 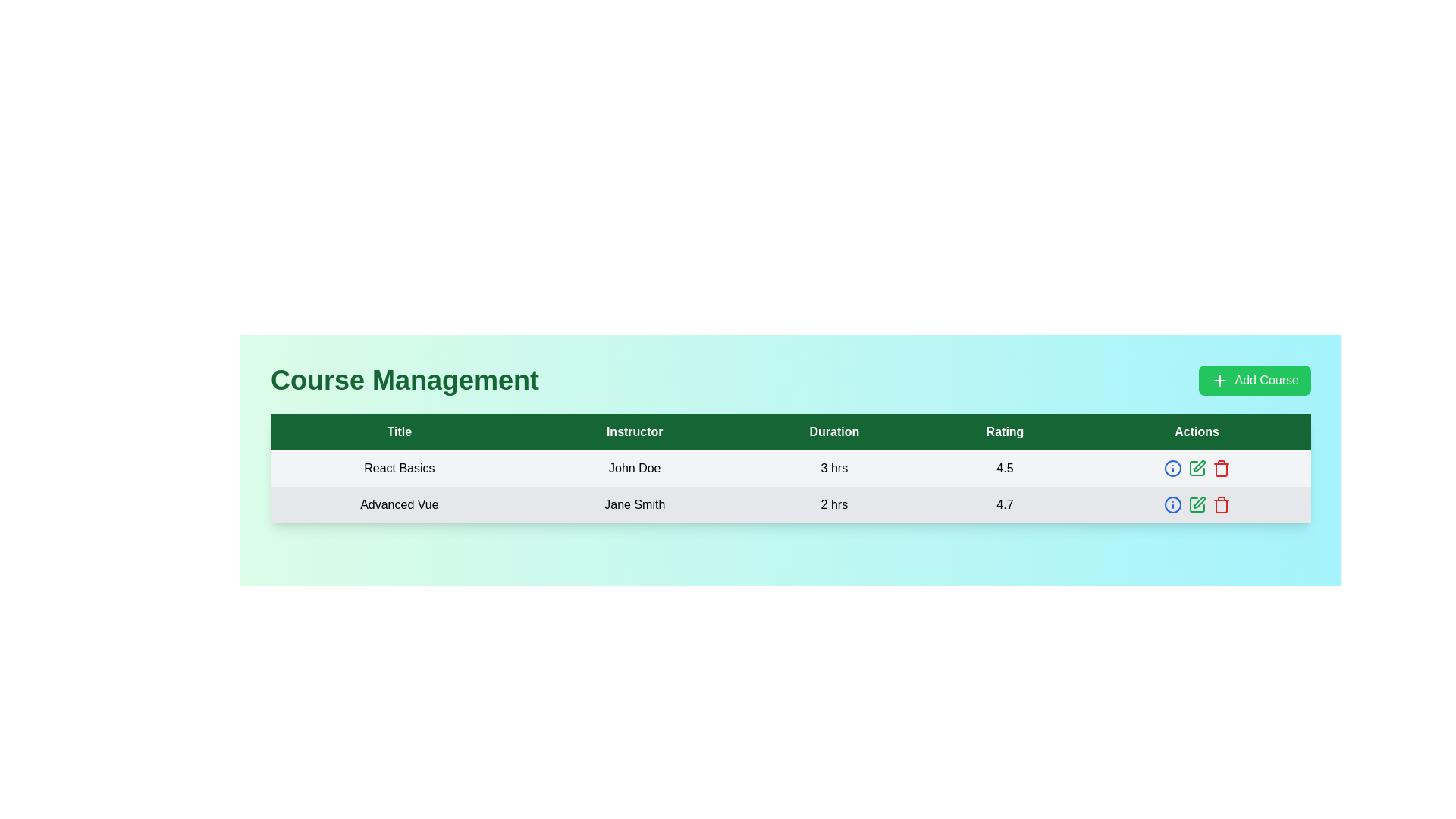 I want to click on the green pen icon in the 'Actions' column of the first row, so click(x=1196, y=467).